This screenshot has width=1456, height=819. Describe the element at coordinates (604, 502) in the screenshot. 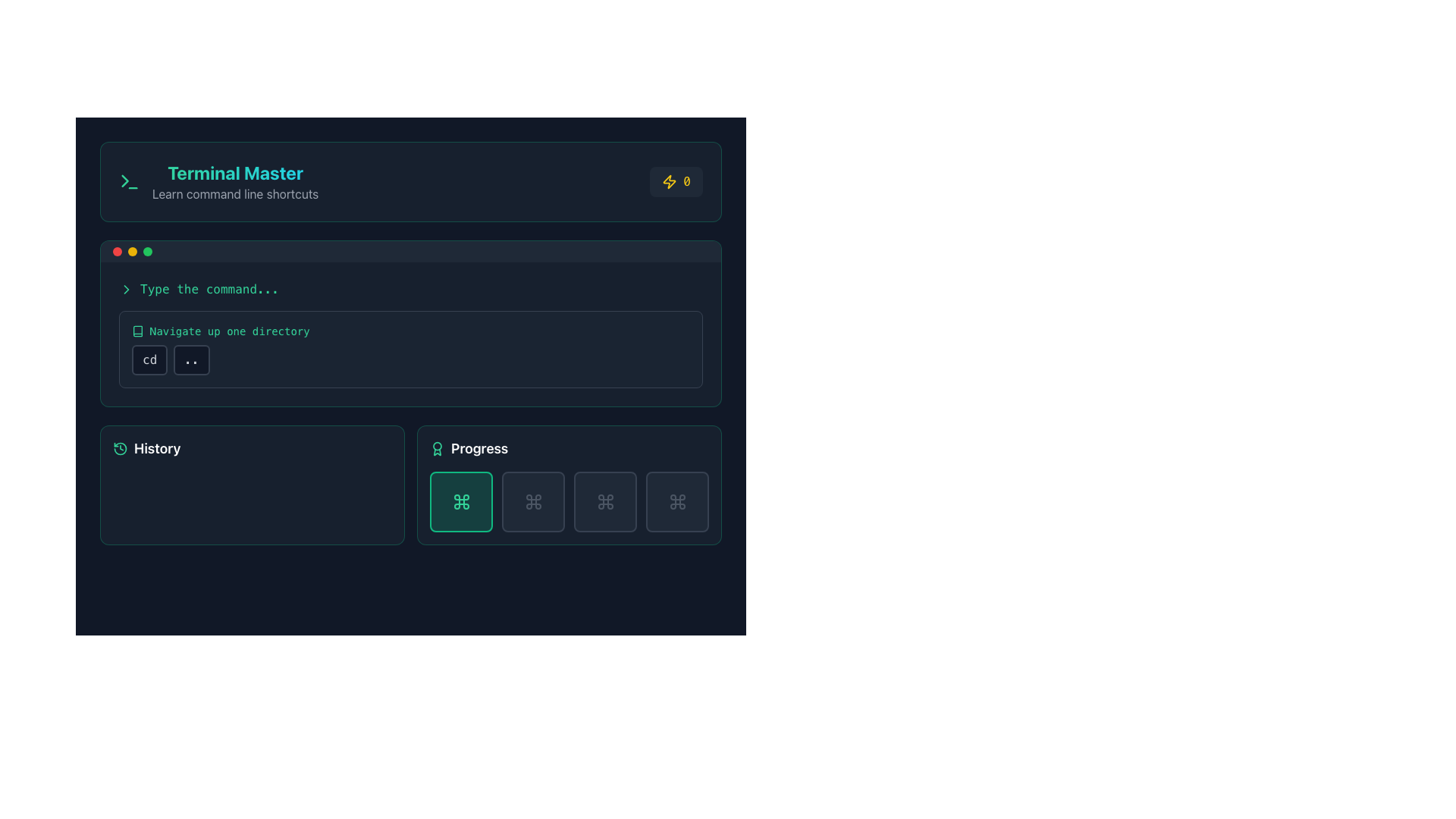

I see `the icon located in the third position of the horizontal row of square buttons under the 'Progress' label at the bottom-right of the interface` at that location.